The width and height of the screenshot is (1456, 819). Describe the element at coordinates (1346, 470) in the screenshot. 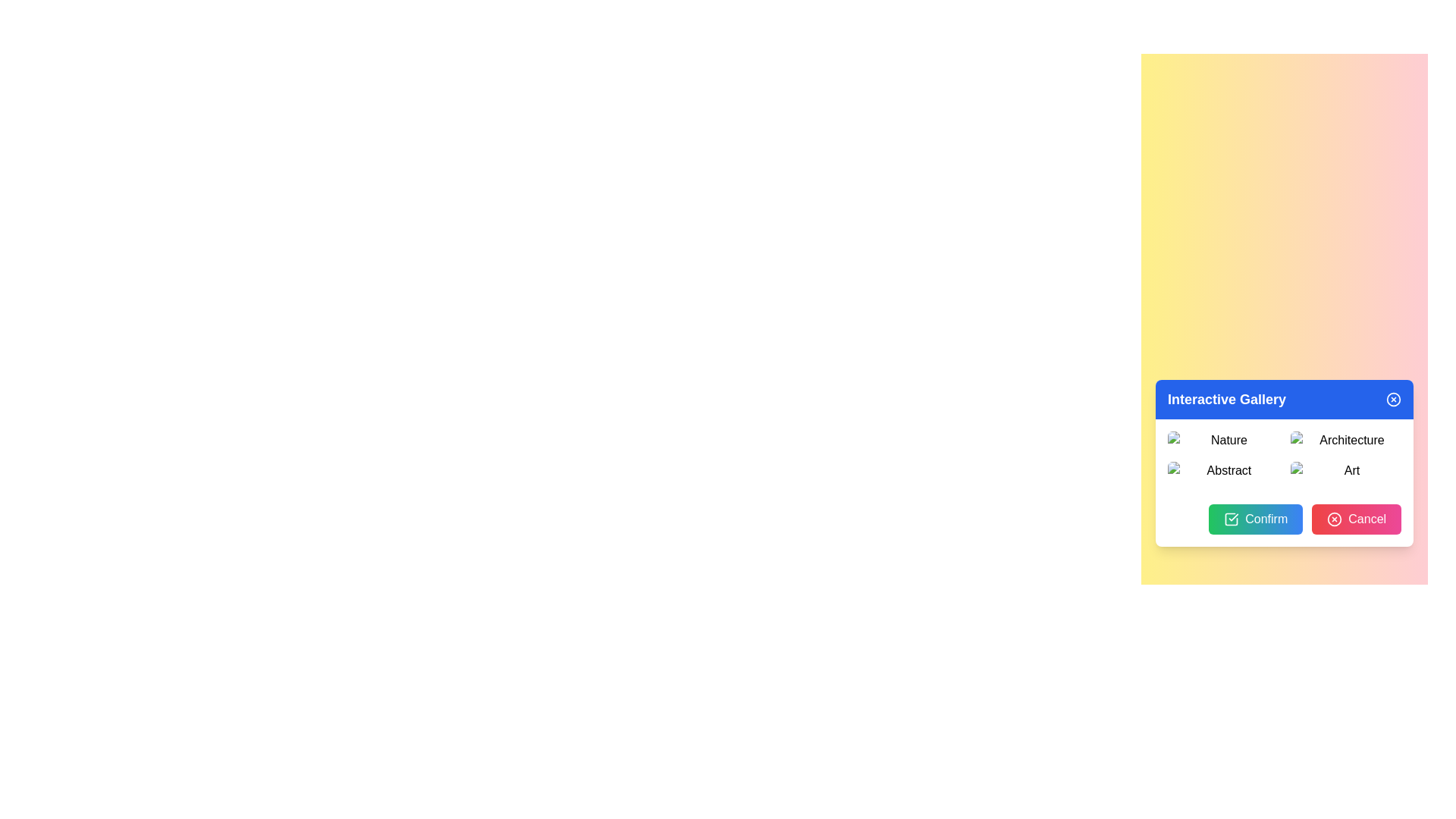

I see `text content of the label displaying the word 'Art' in the 'Interactive Gallery' dialog box, which is the fourth label in a group of icons` at that location.